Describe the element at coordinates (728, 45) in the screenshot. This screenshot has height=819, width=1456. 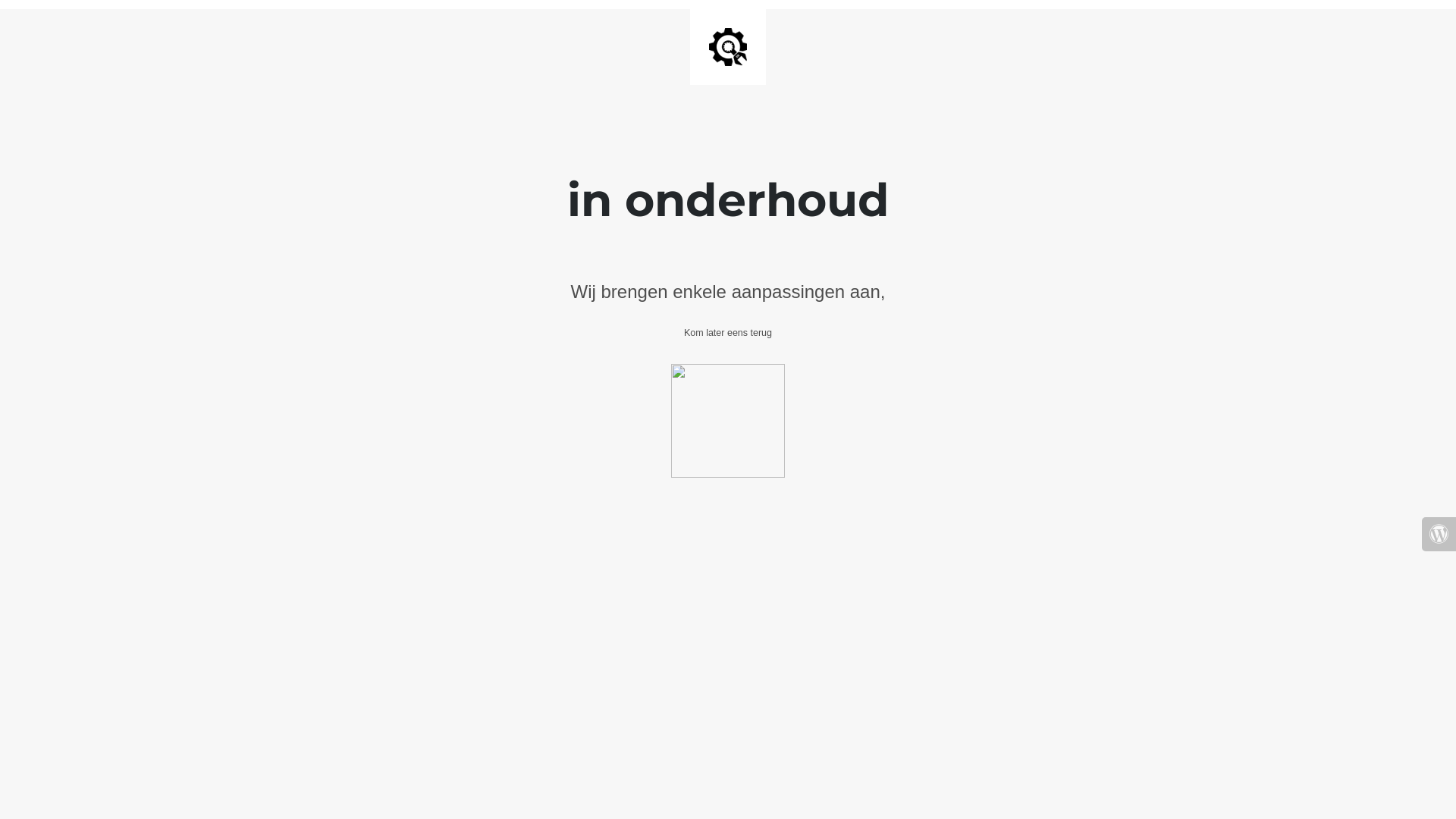
I see `'Site is Under Construction'` at that location.